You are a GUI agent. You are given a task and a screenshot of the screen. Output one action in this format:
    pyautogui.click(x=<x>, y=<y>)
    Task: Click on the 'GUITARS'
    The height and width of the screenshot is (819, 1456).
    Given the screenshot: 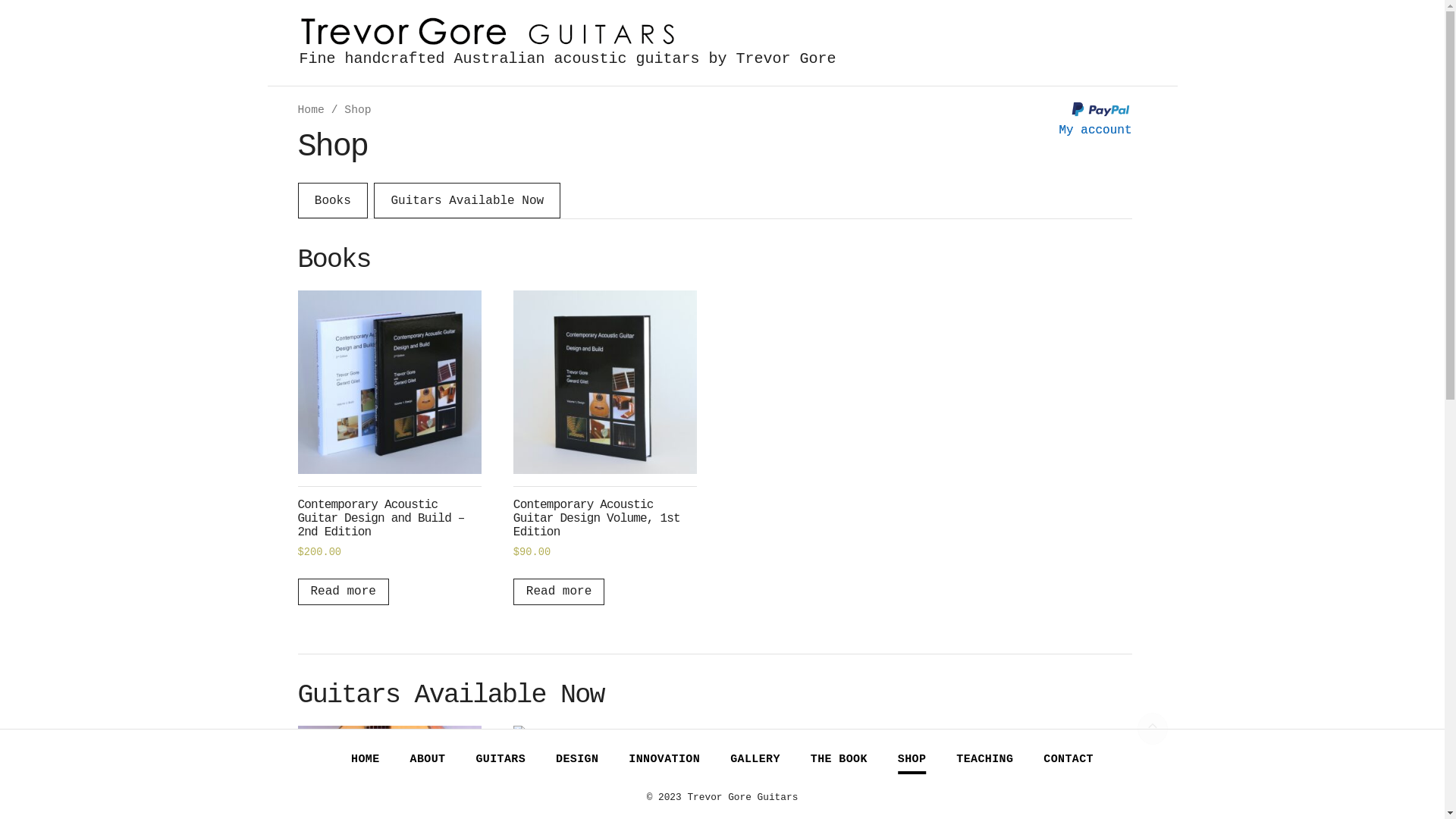 What is the action you would take?
    pyautogui.click(x=500, y=760)
    